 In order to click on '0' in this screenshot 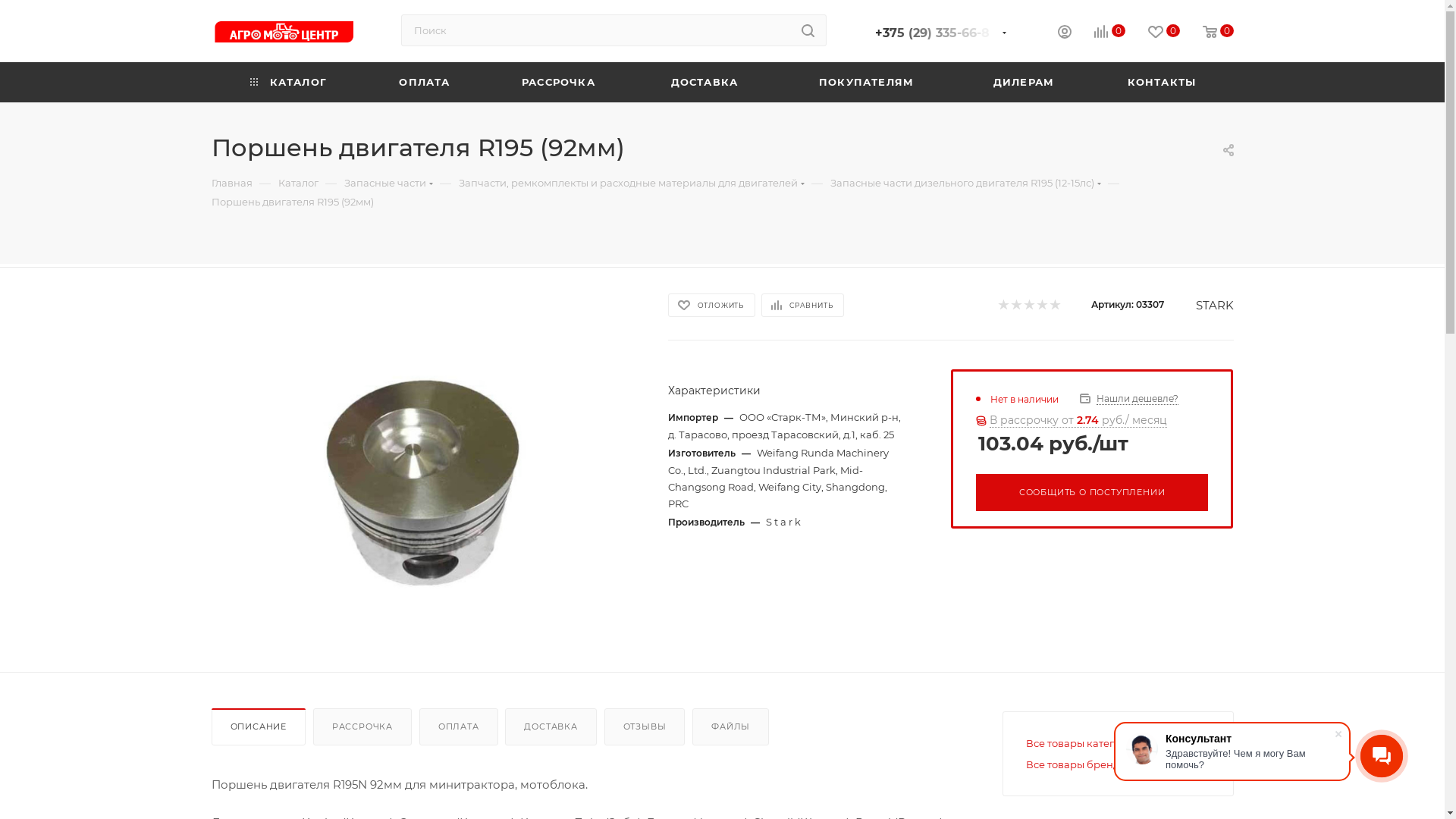, I will do `click(1097, 32)`.